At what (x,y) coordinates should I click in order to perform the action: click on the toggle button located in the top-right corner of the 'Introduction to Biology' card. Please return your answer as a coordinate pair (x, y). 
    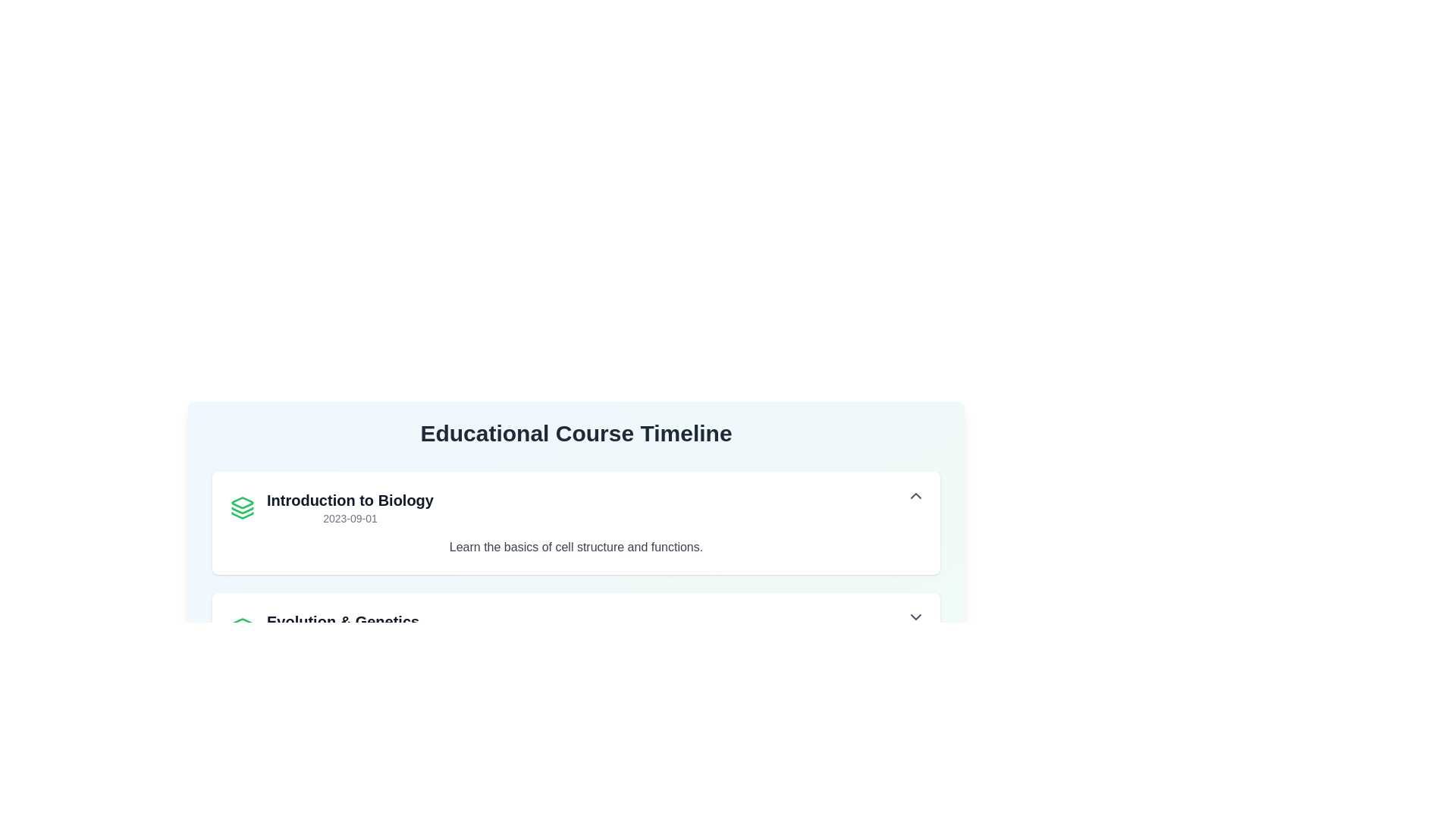
    Looking at the image, I should click on (915, 496).